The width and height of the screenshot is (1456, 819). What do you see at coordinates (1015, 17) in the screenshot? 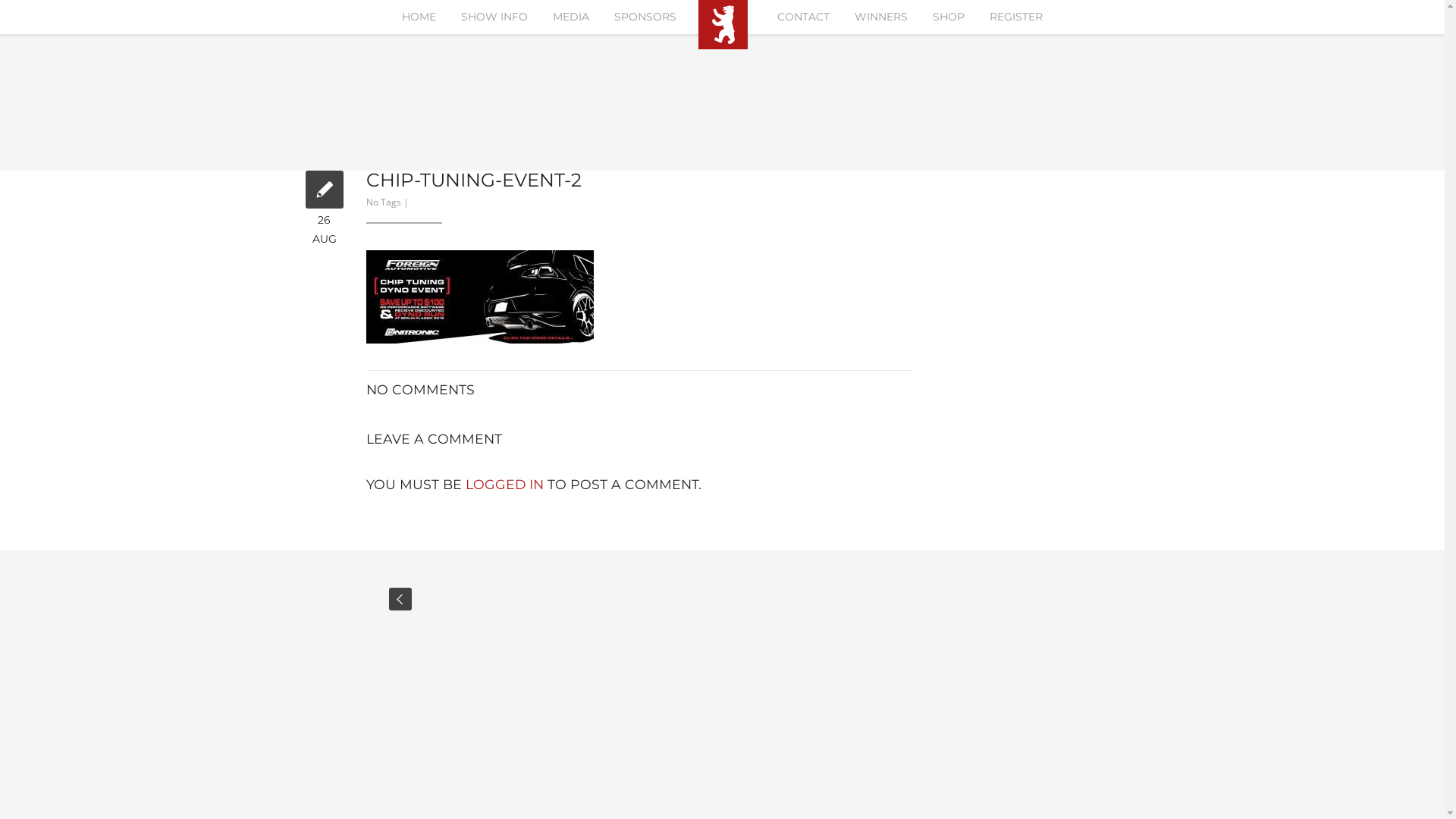
I see `'REGISTER'` at bounding box center [1015, 17].